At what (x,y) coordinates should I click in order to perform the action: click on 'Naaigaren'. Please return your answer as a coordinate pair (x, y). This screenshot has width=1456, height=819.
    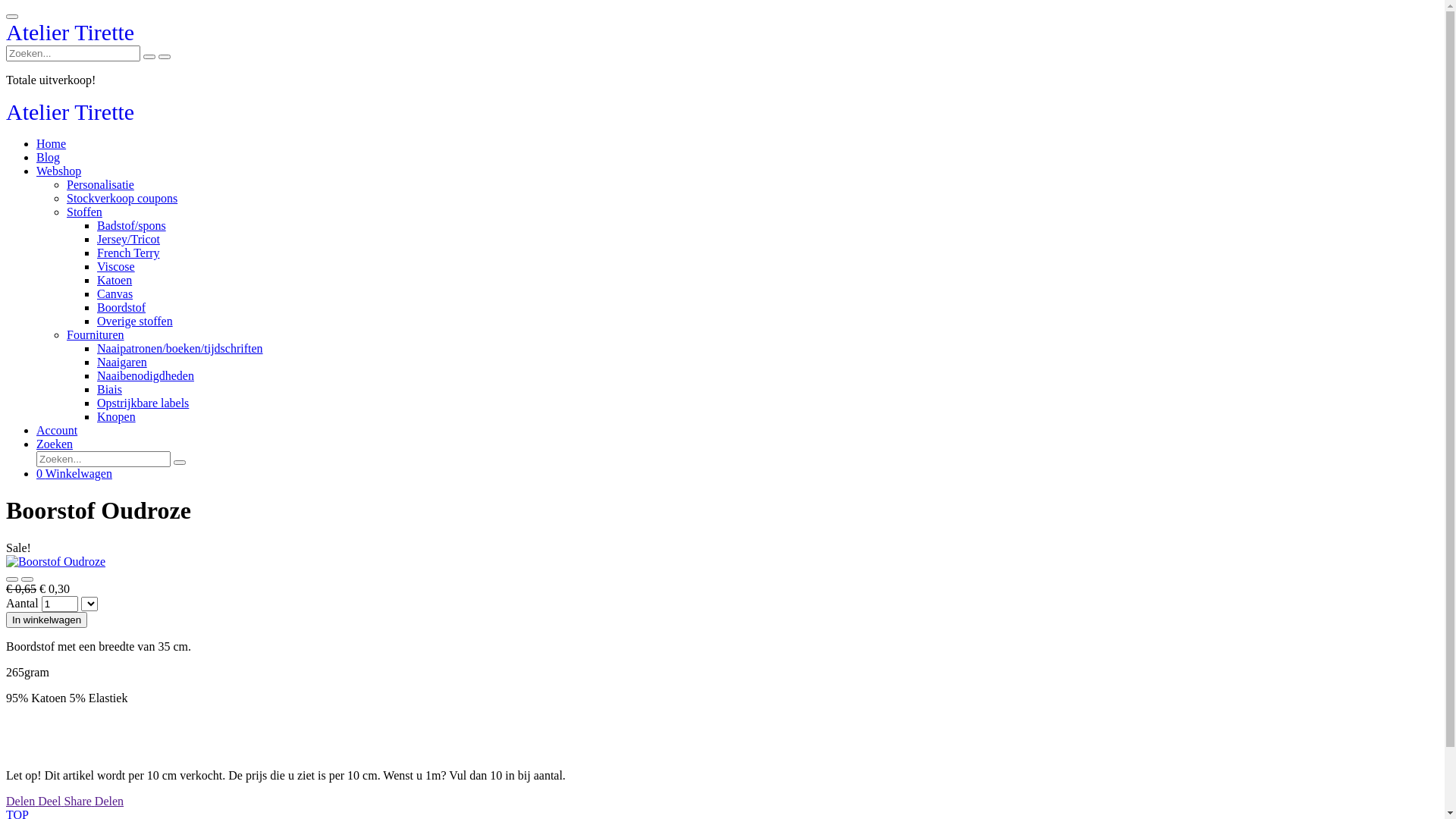
    Looking at the image, I should click on (122, 362).